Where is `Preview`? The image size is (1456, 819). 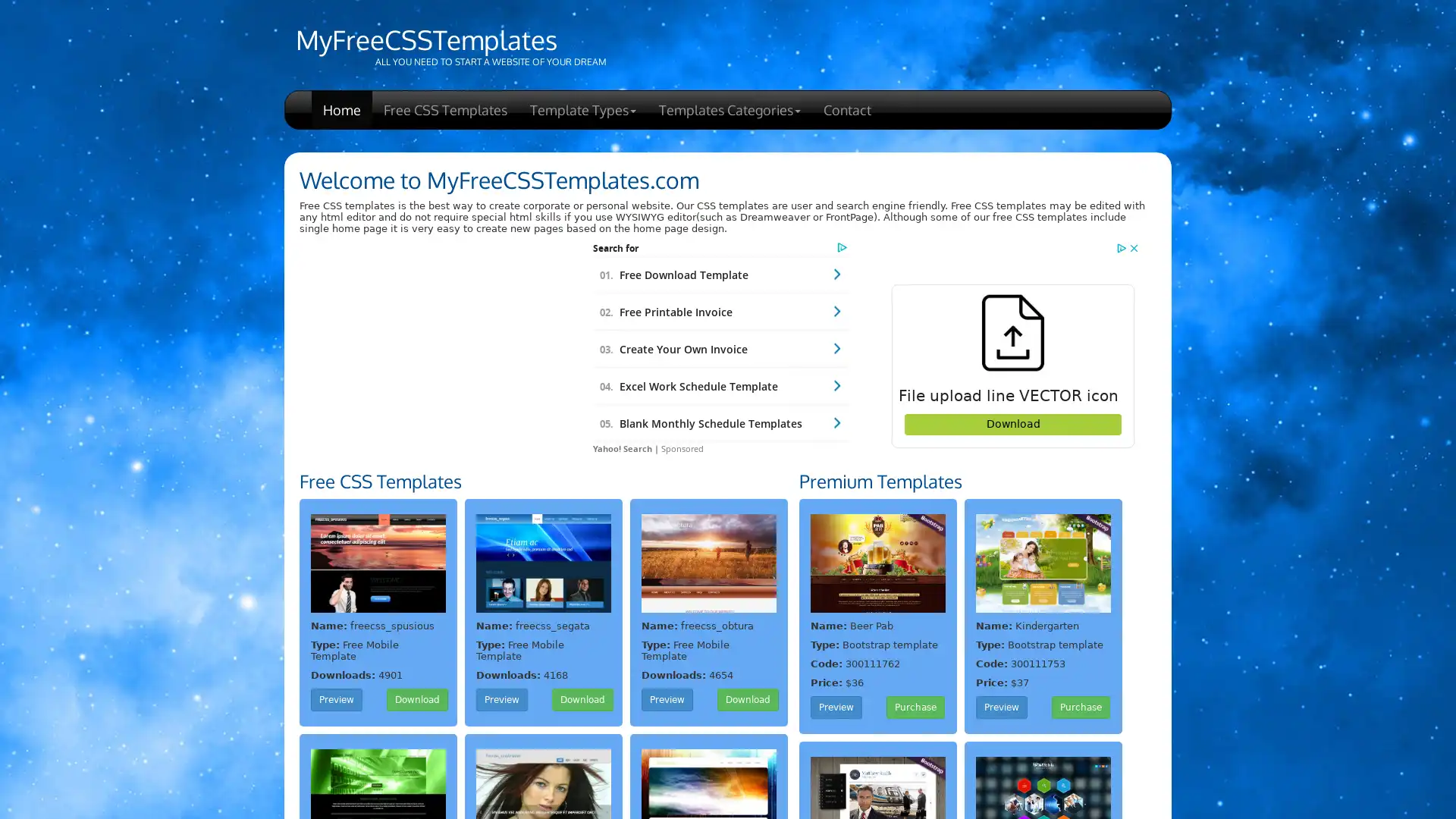
Preview is located at coordinates (667, 699).